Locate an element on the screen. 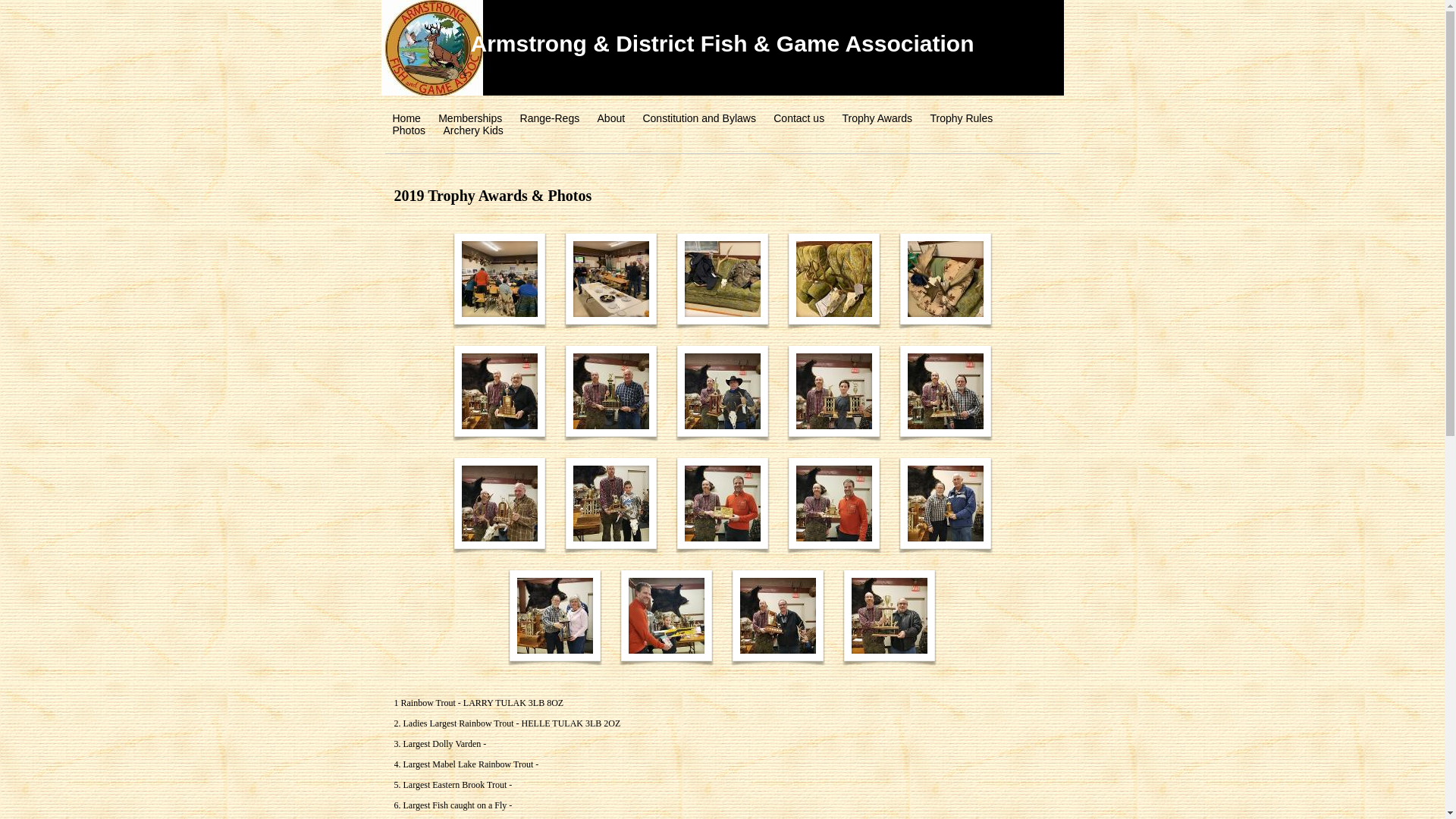  'Photos' is located at coordinates (393, 130).